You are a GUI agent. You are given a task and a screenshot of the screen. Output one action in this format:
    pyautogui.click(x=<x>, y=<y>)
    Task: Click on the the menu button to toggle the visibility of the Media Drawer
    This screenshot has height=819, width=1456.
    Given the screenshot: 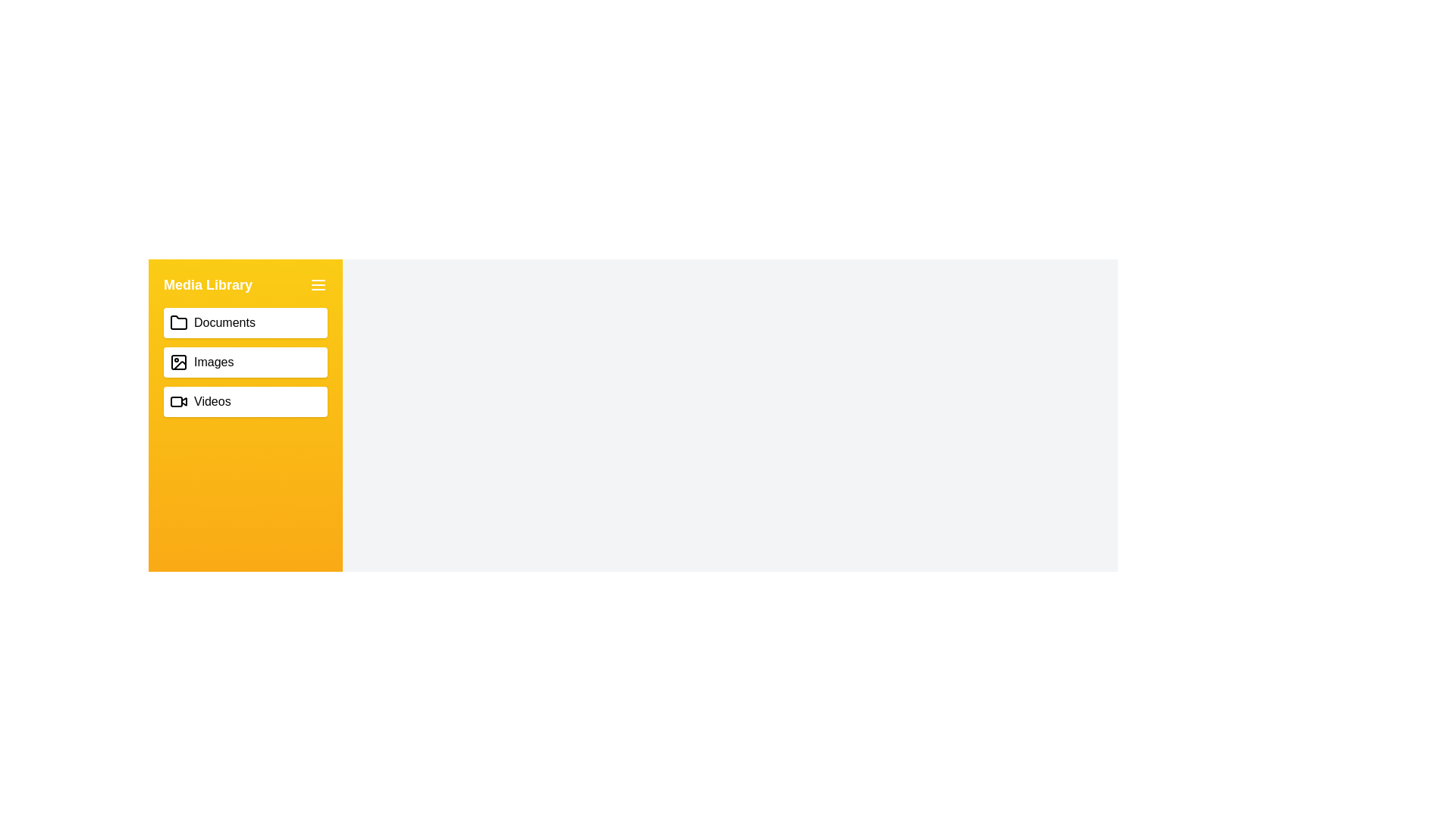 What is the action you would take?
    pyautogui.click(x=318, y=284)
    